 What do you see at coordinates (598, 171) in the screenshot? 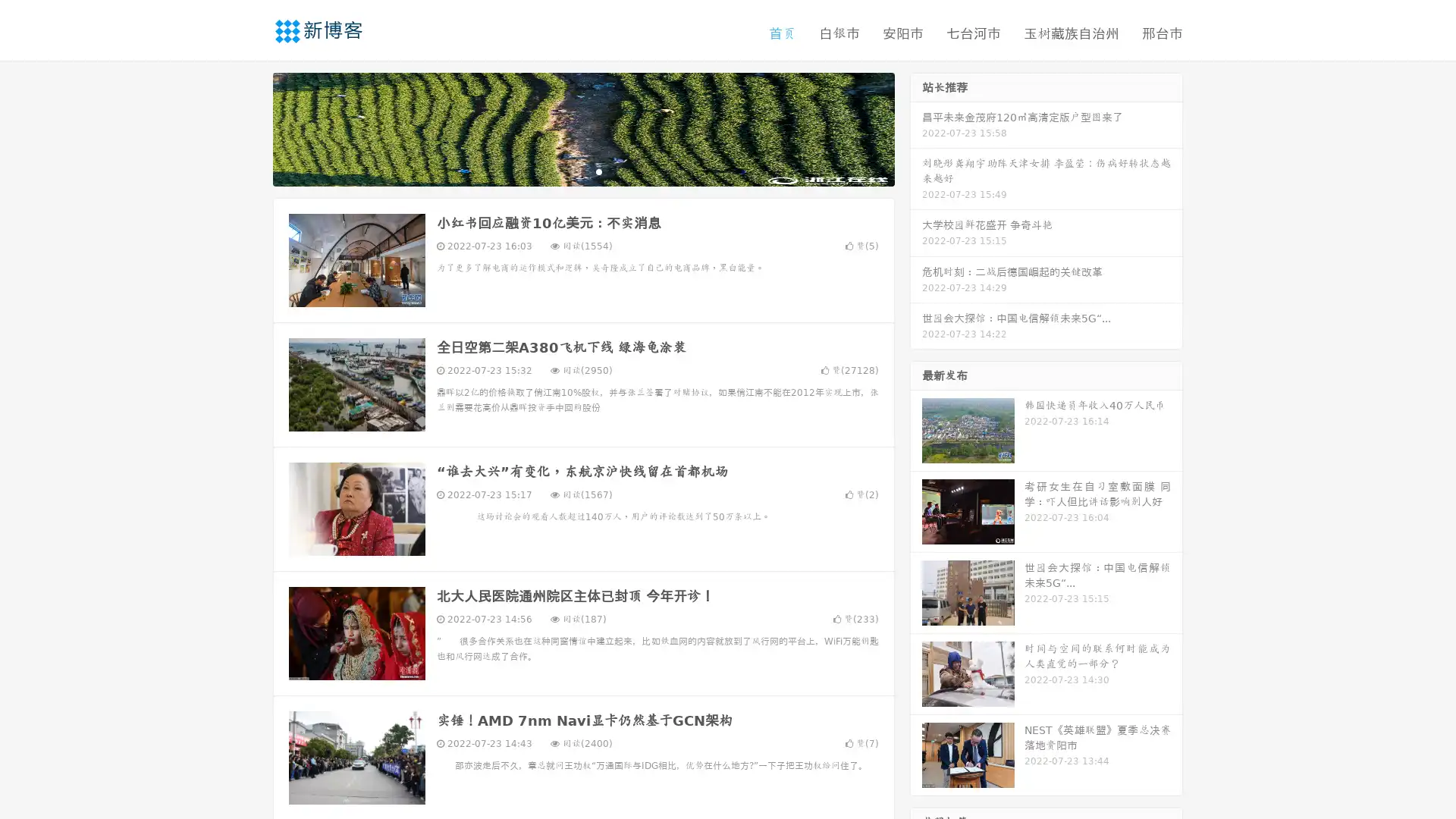
I see `Go to slide 3` at bounding box center [598, 171].